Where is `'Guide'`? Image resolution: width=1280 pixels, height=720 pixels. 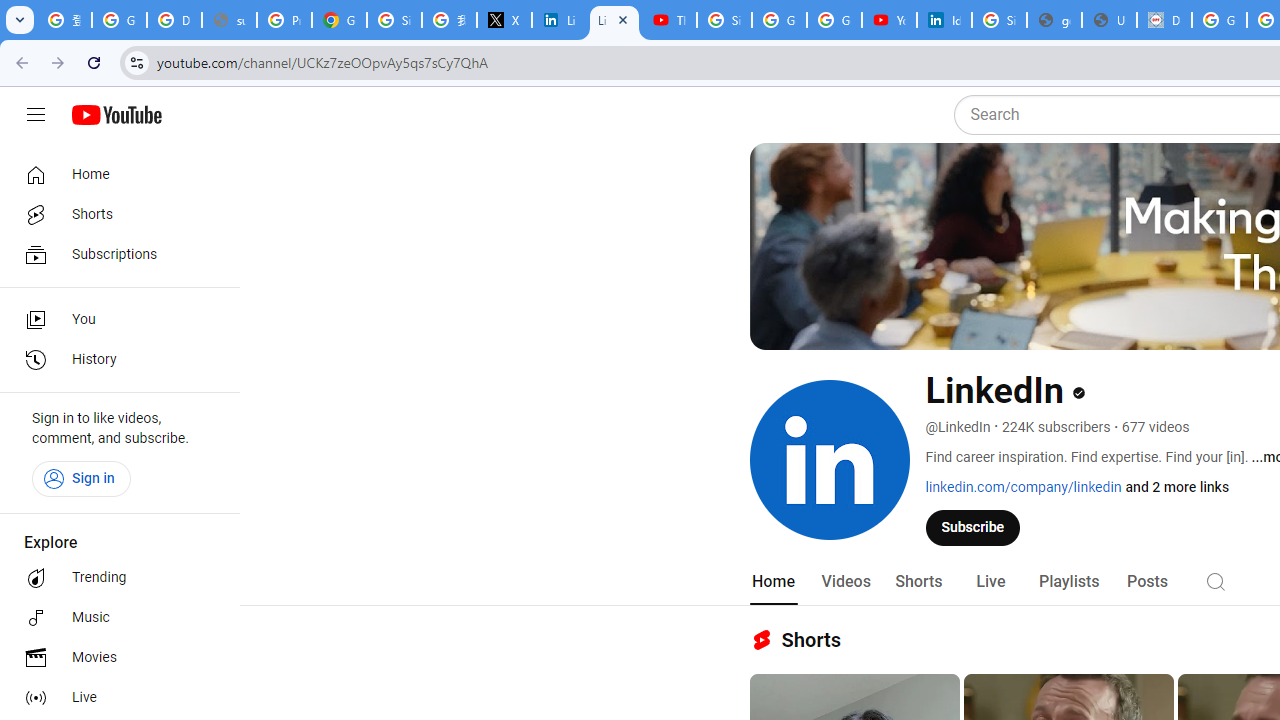
'Guide' is located at coordinates (35, 115).